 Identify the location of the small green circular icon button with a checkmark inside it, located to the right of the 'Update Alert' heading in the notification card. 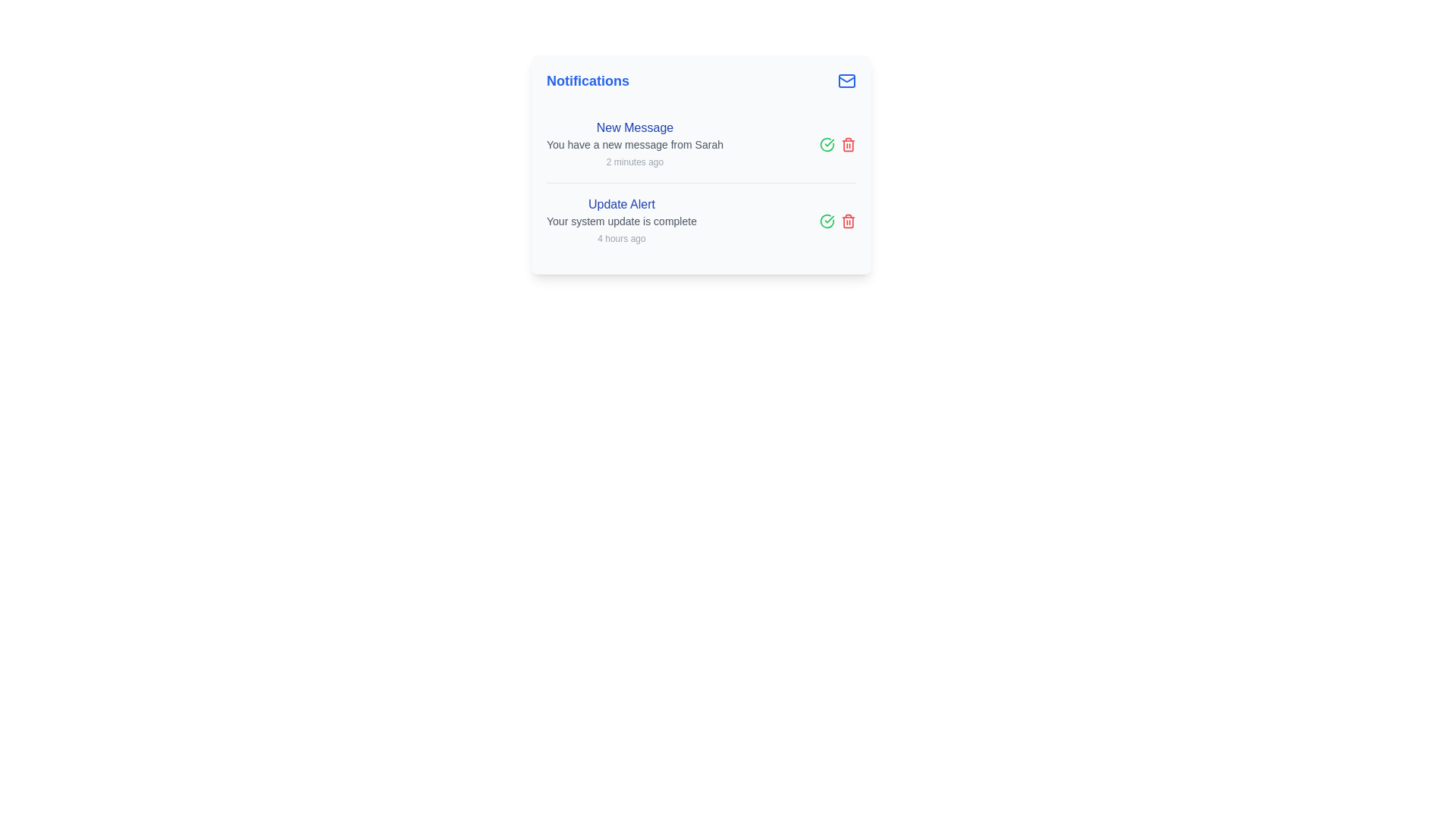
(826, 145).